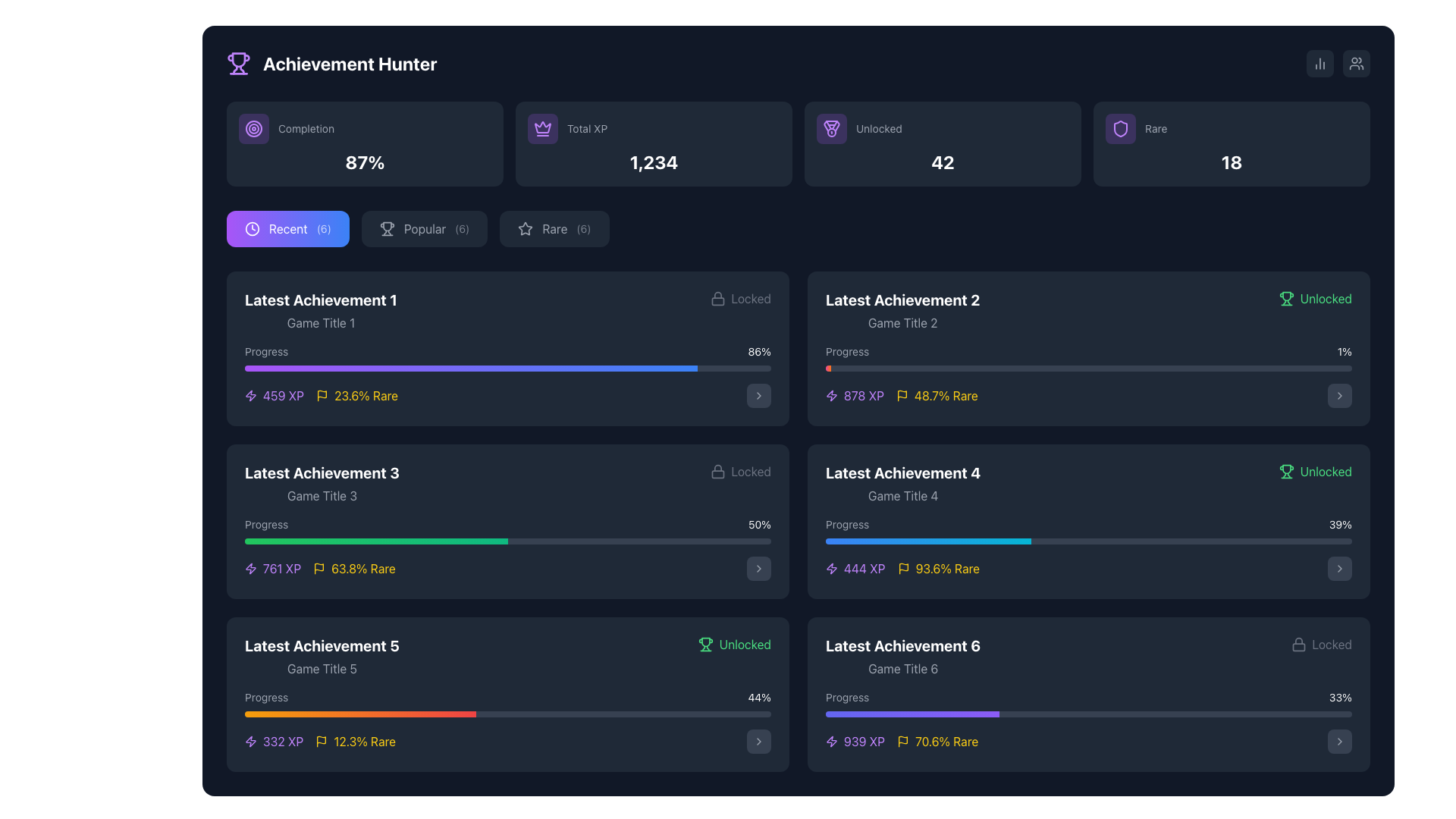 This screenshot has width=1456, height=819. What do you see at coordinates (831, 127) in the screenshot?
I see `the icon representing 'Unlocked achievements' located next to the 'Unlocked' label with the count '42'` at bounding box center [831, 127].